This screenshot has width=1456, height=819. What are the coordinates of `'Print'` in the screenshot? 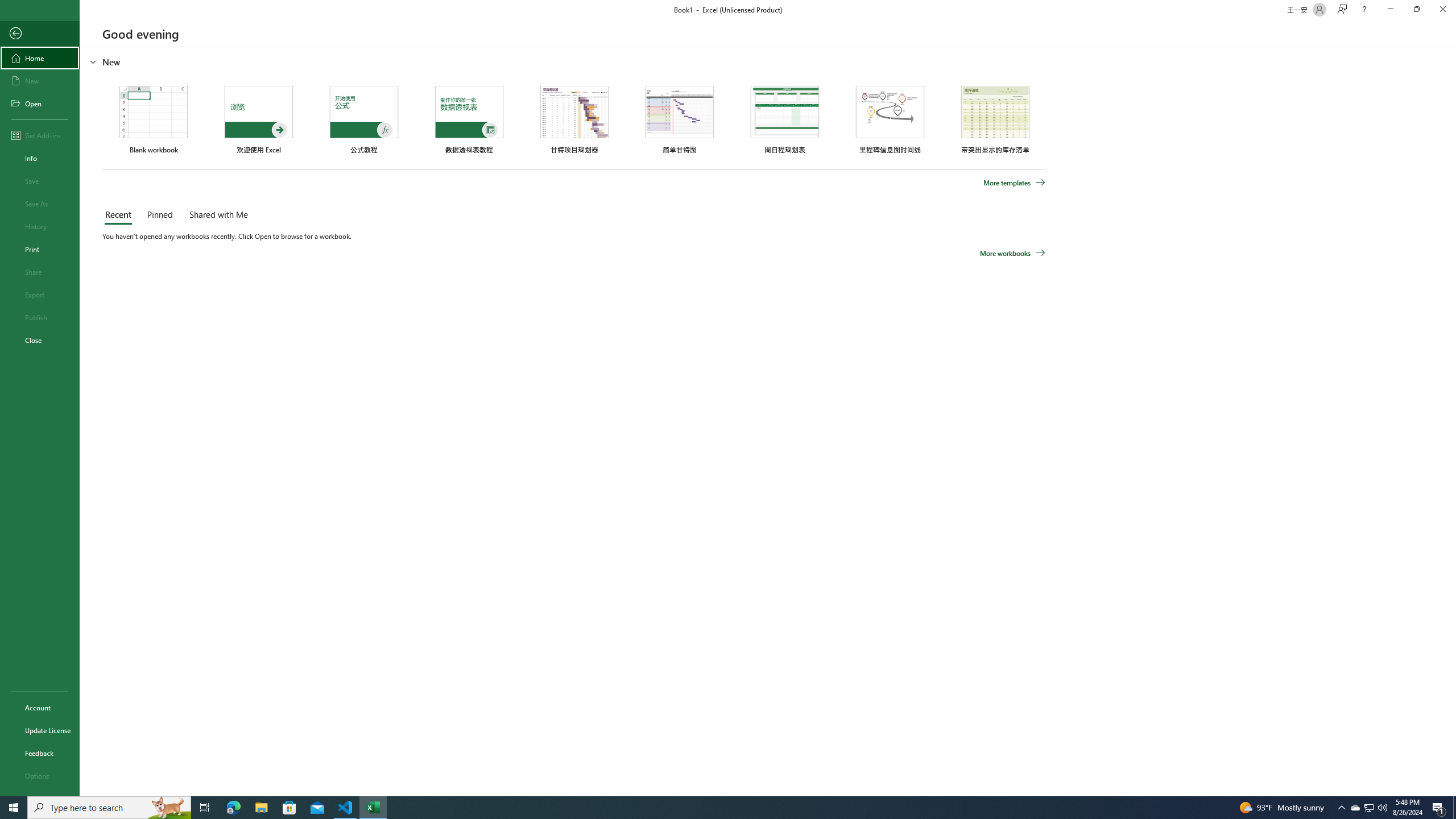 It's located at (39, 248).